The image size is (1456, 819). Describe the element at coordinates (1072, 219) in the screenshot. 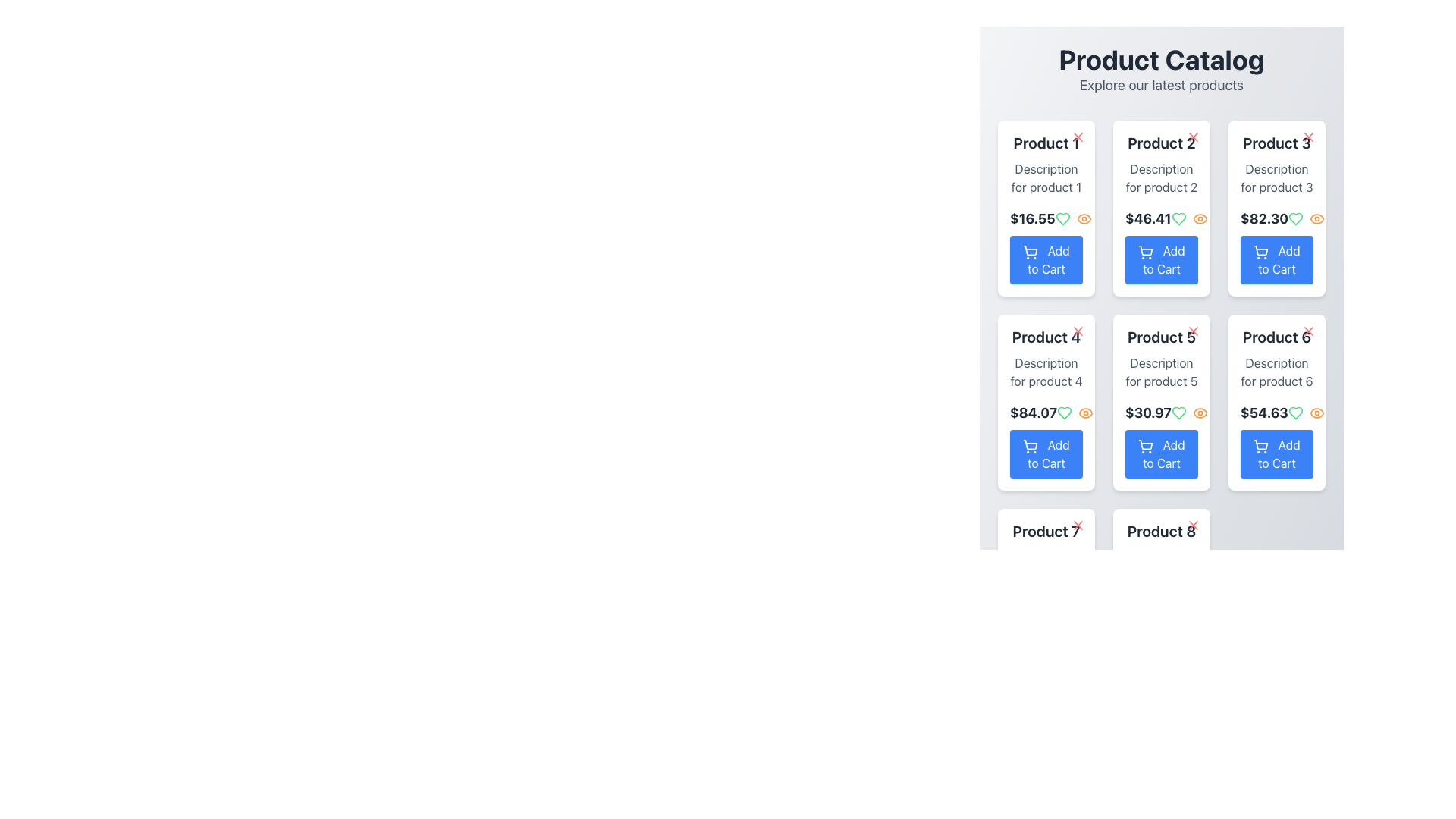

I see `the orange eye icon in the Interactive Icon Group located beneath the product price for 'Product 1'` at that location.